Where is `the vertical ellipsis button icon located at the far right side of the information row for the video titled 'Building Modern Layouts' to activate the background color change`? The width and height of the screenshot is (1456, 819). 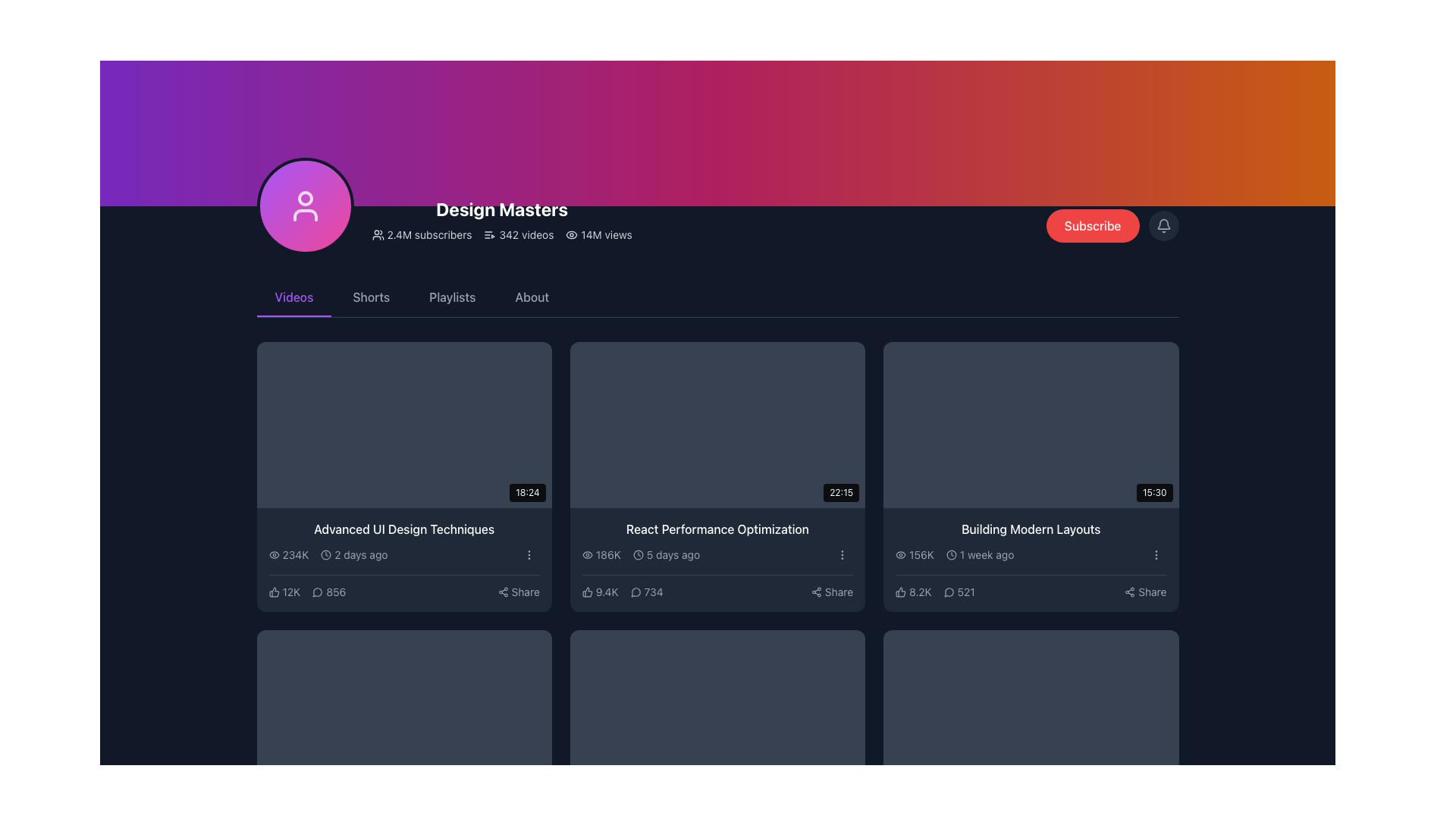
the vertical ellipsis button icon located at the far right side of the information row for the video titled 'Building Modern Layouts' to activate the background color change is located at coordinates (1155, 555).